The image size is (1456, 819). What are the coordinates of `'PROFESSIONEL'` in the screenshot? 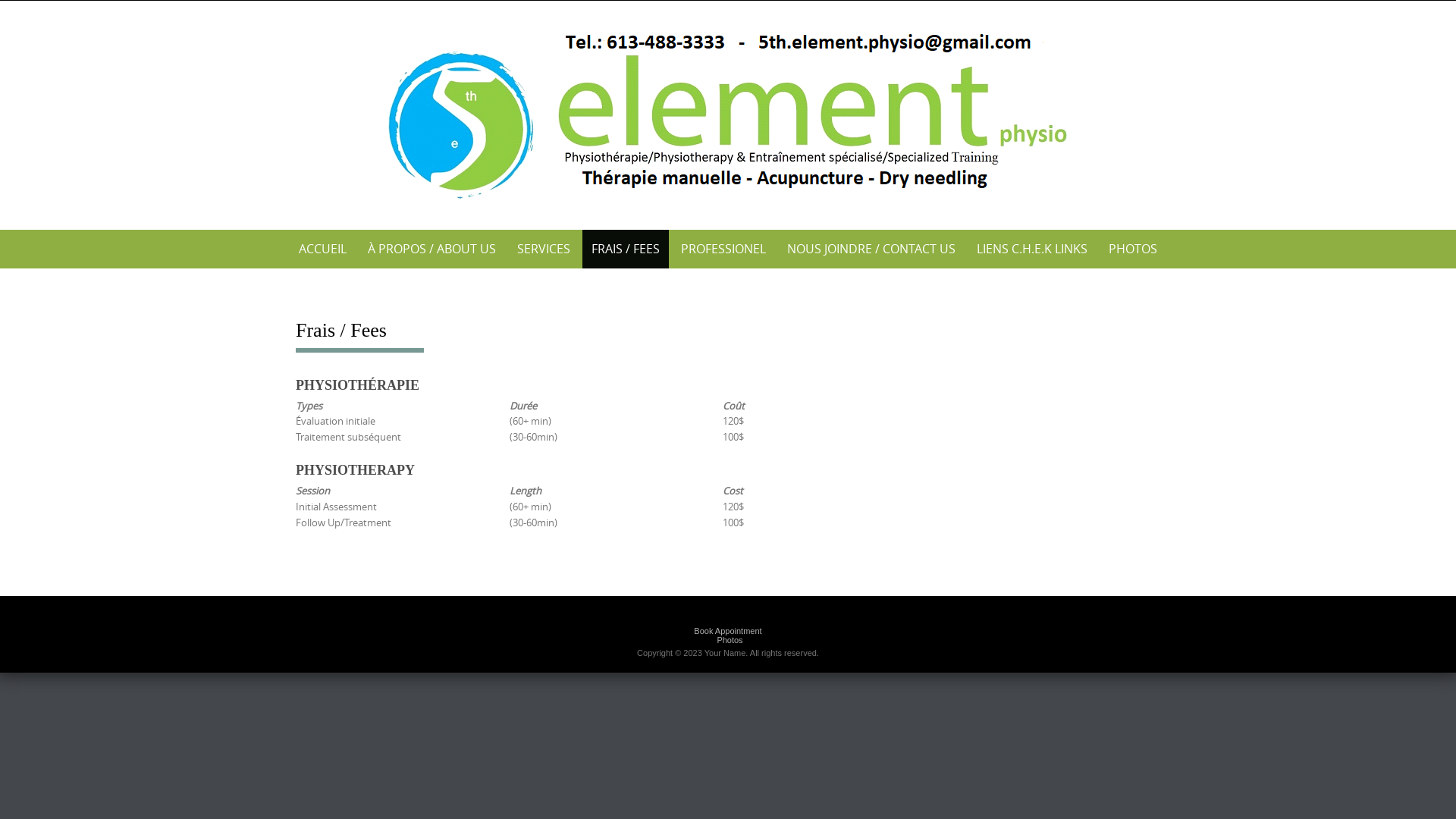 It's located at (671, 248).